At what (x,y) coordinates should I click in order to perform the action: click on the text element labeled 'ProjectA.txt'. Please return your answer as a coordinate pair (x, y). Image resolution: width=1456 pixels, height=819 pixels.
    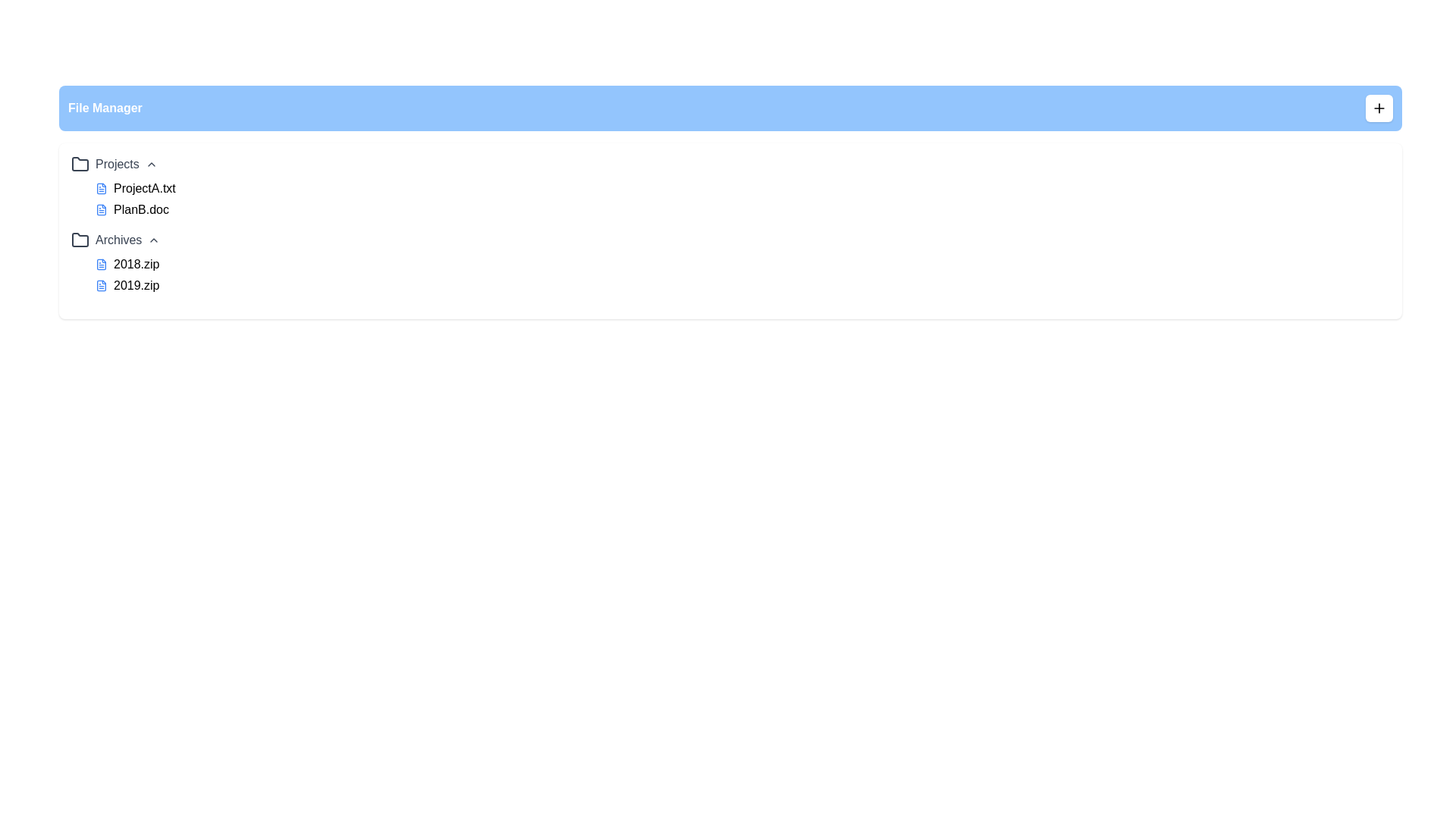
    Looking at the image, I should click on (144, 188).